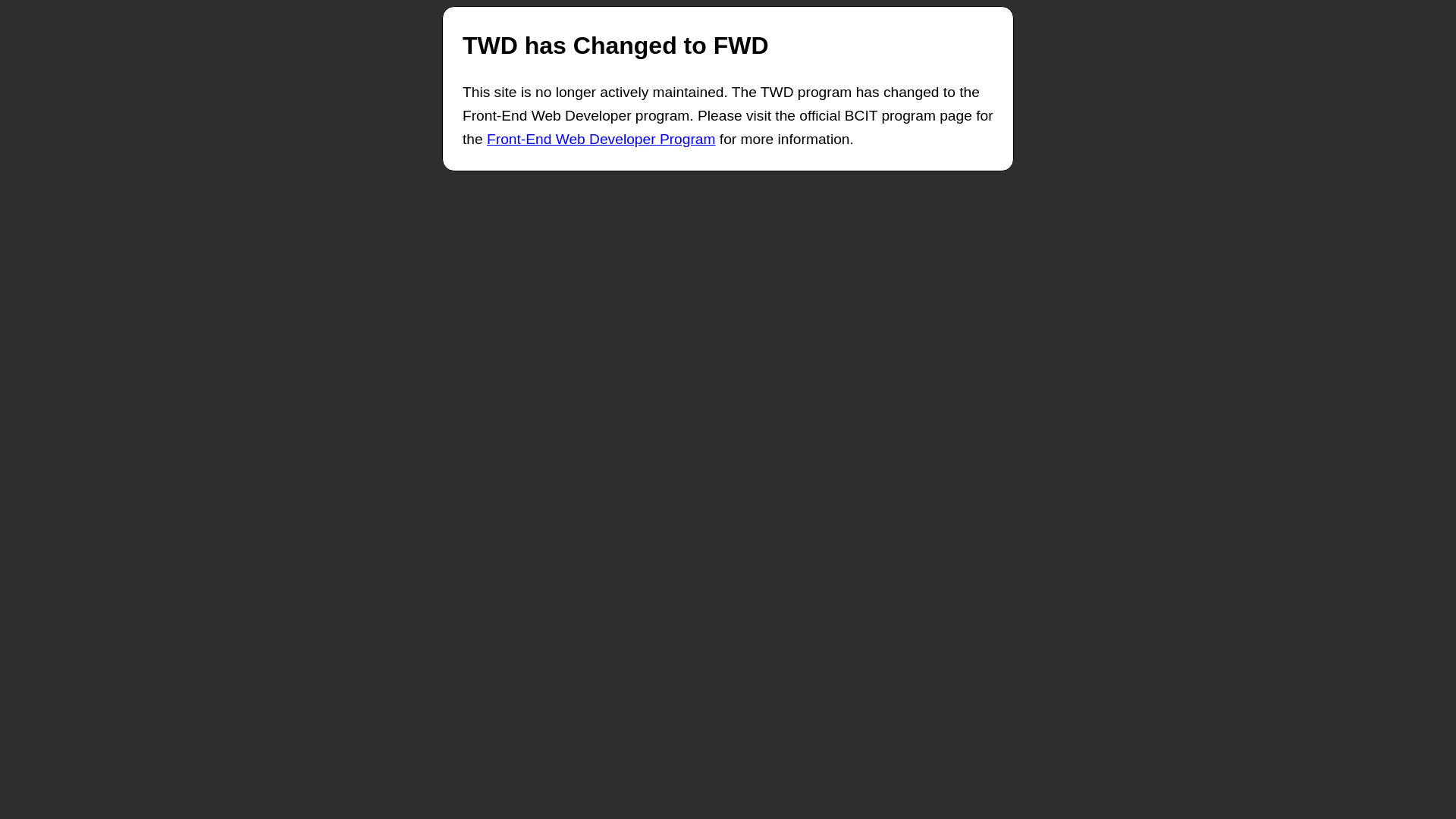 This screenshot has width=1456, height=819. What do you see at coordinates (600, 139) in the screenshot?
I see `'Front-End Web Developer Program'` at bounding box center [600, 139].